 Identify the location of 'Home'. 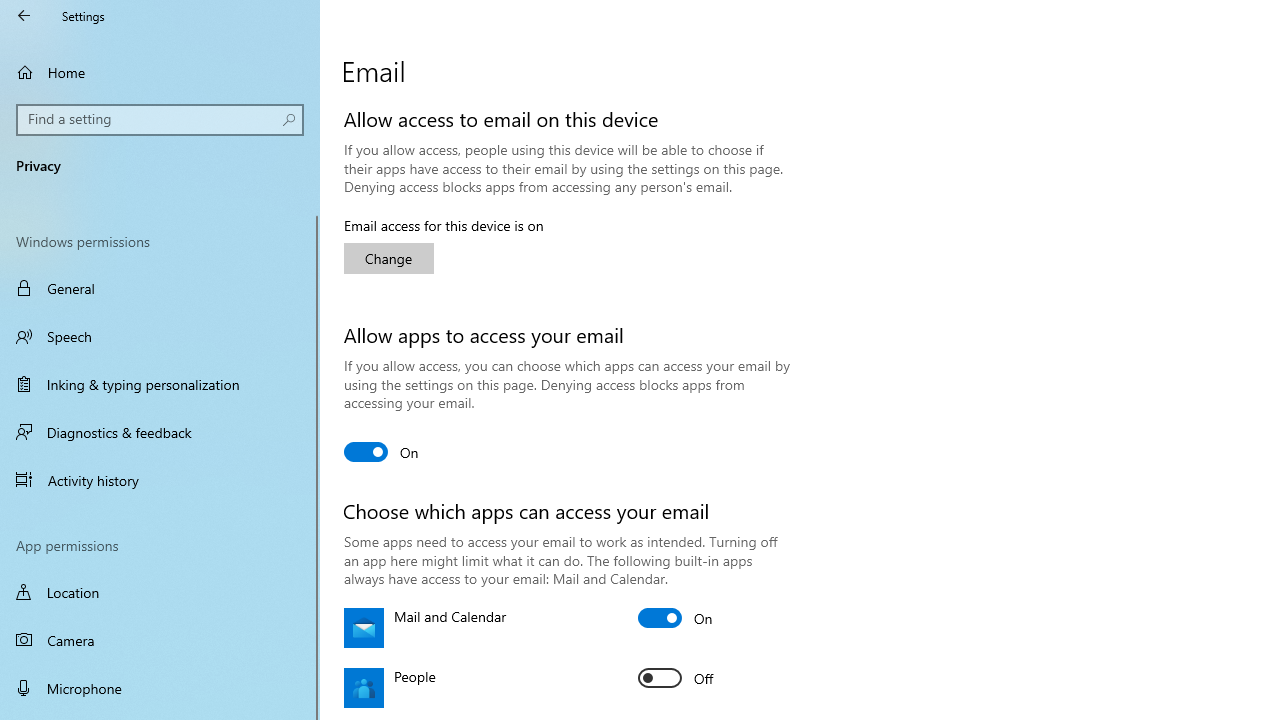
(160, 71).